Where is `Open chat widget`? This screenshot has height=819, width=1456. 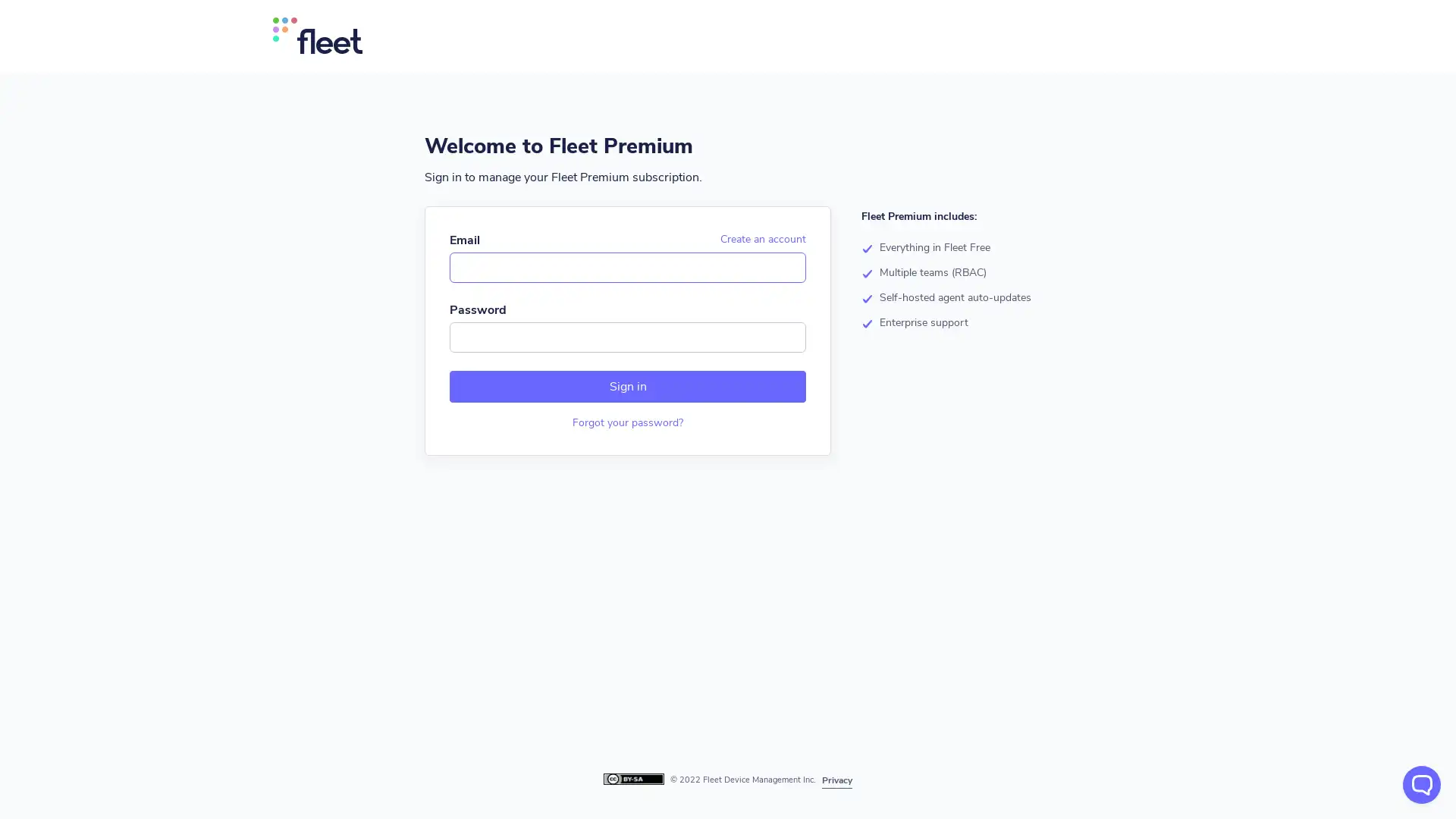 Open chat widget is located at coordinates (1421, 784).